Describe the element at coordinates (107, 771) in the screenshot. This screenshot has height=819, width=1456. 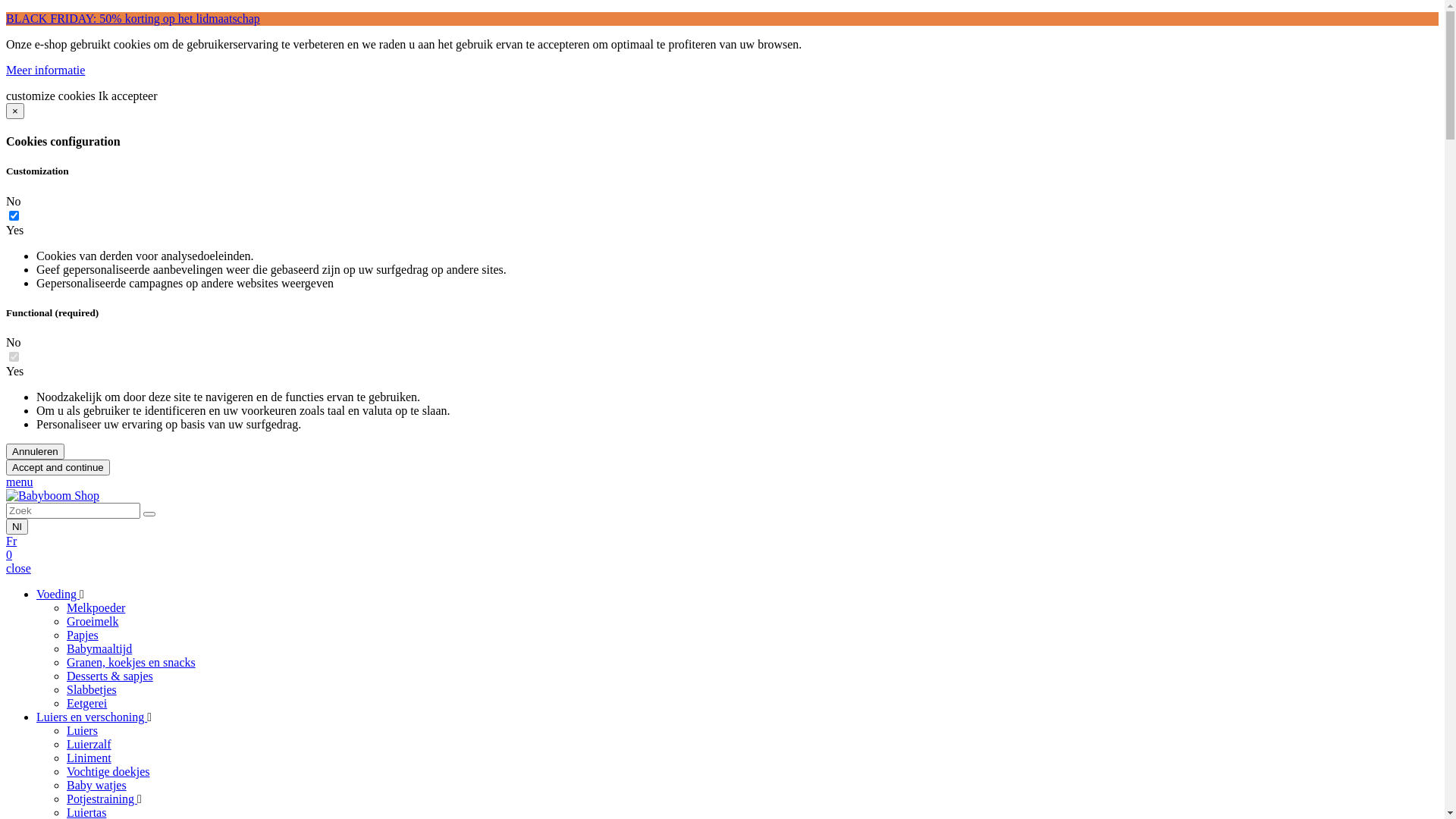
I see `'Vochtige doekjes'` at that location.